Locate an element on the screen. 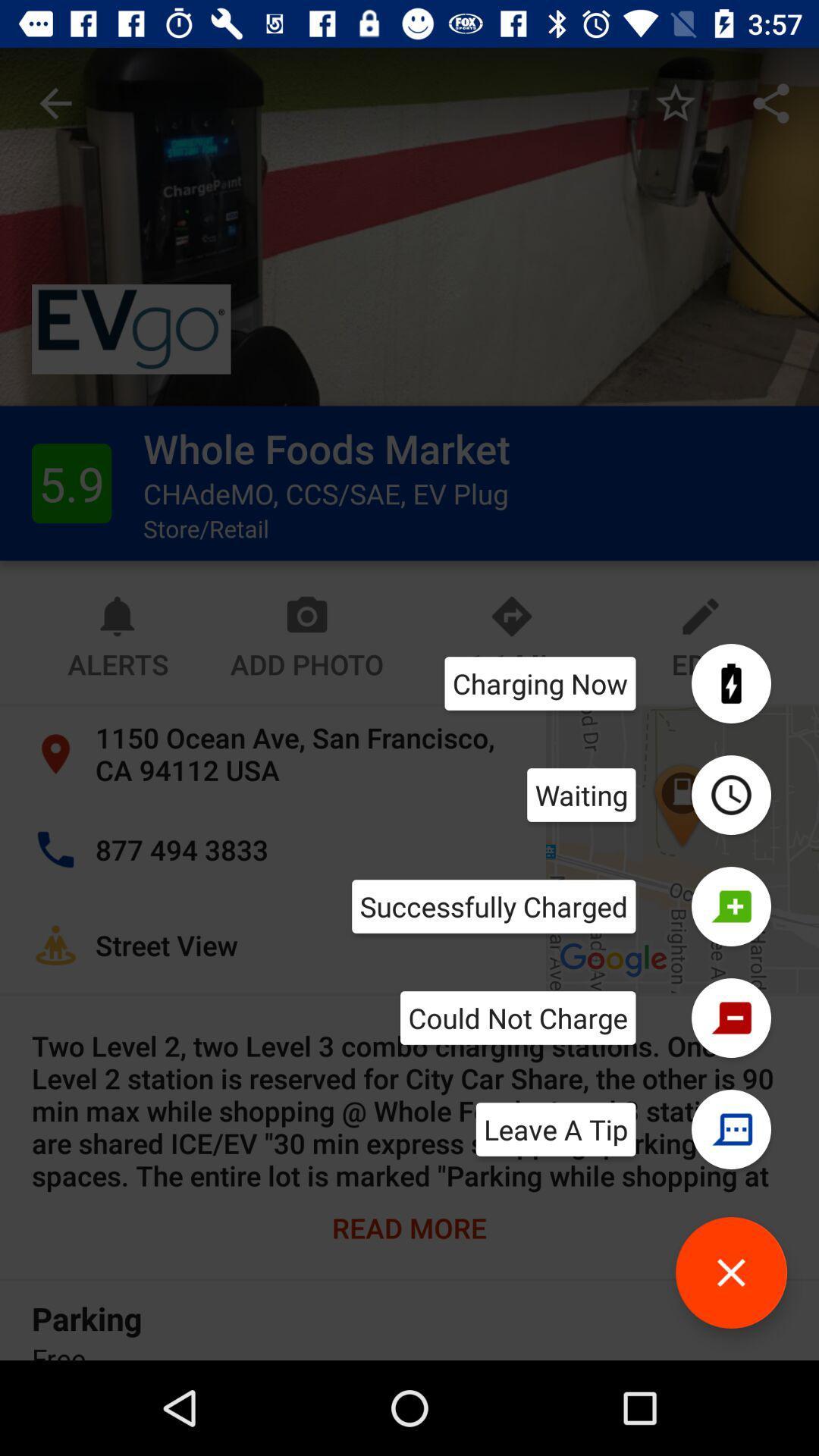 This screenshot has height=1456, width=819. the close icon is located at coordinates (730, 1272).